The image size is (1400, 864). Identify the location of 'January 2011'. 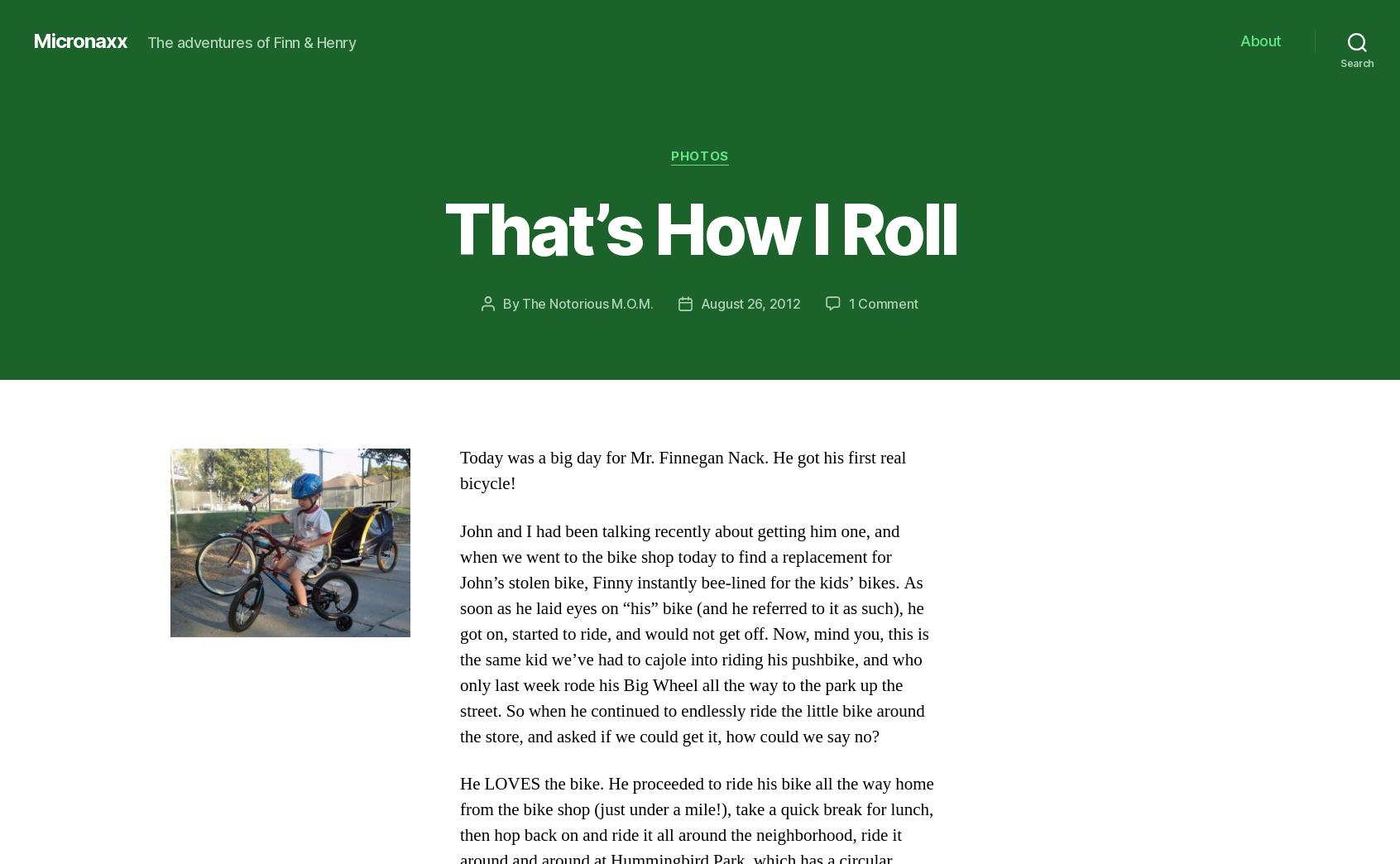
(257, 584).